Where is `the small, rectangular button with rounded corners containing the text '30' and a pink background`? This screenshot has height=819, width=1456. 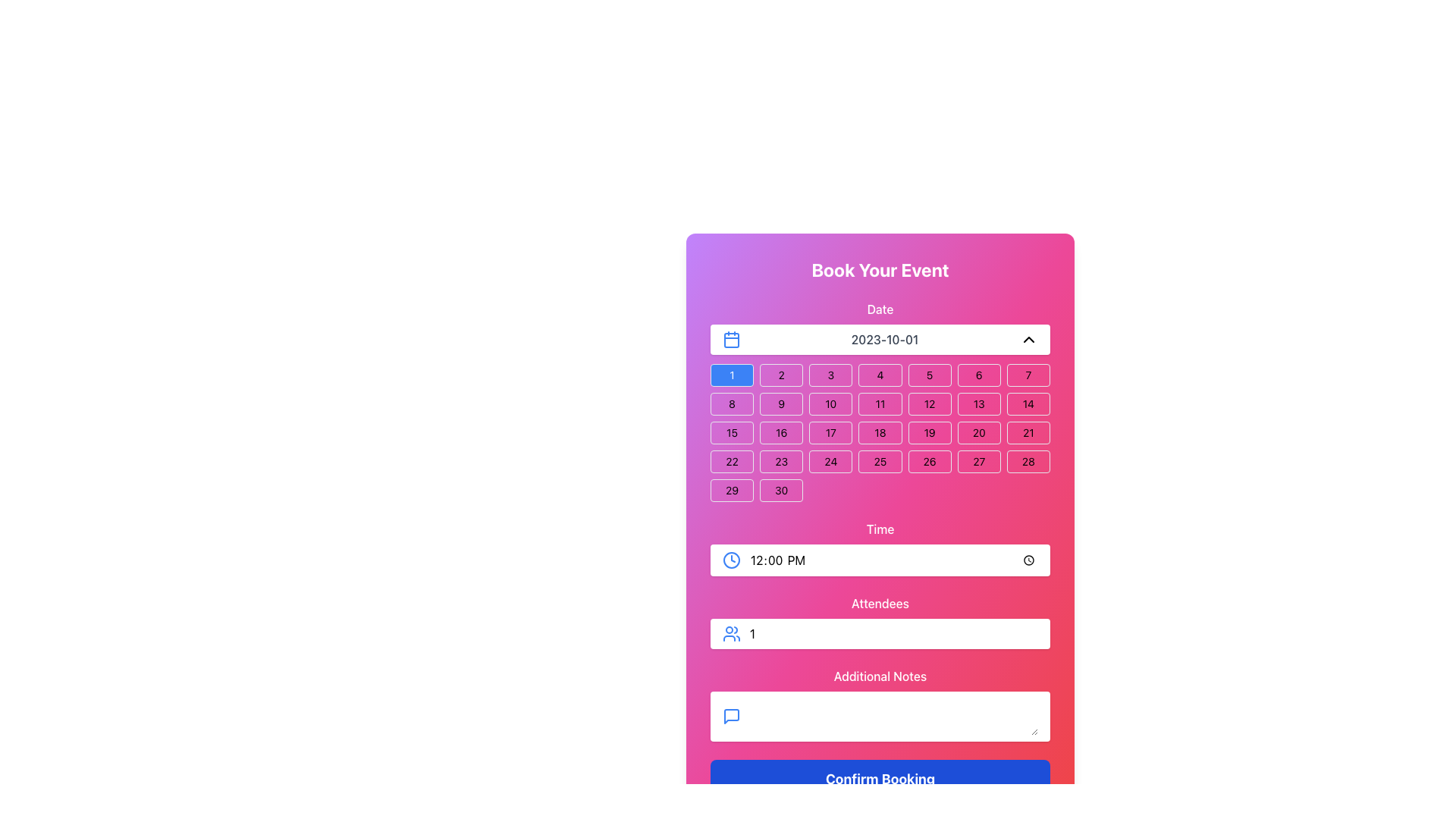
the small, rectangular button with rounded corners containing the text '30' and a pink background is located at coordinates (781, 491).